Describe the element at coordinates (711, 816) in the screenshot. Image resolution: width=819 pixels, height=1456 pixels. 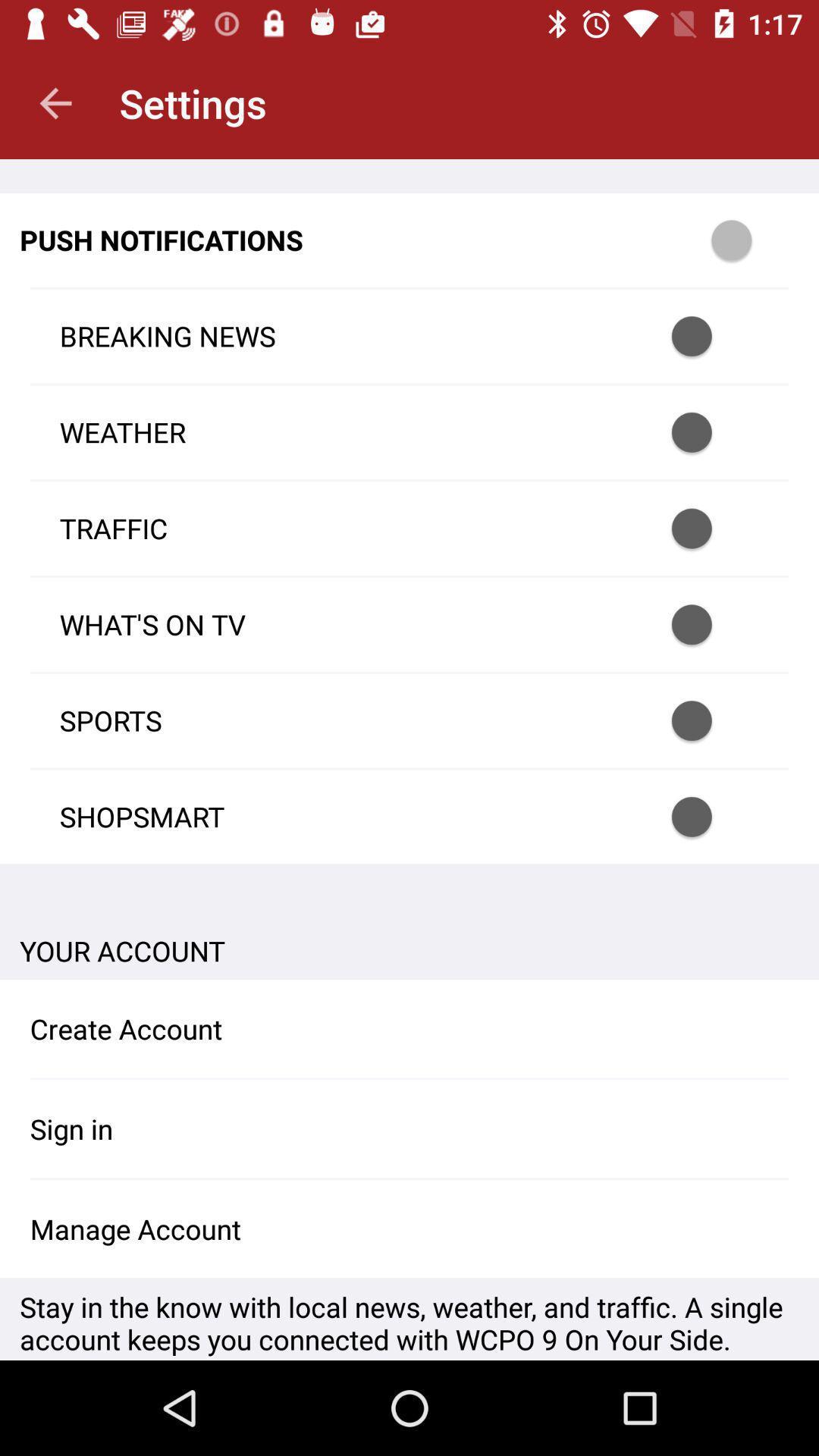
I see `turn on push notification` at that location.